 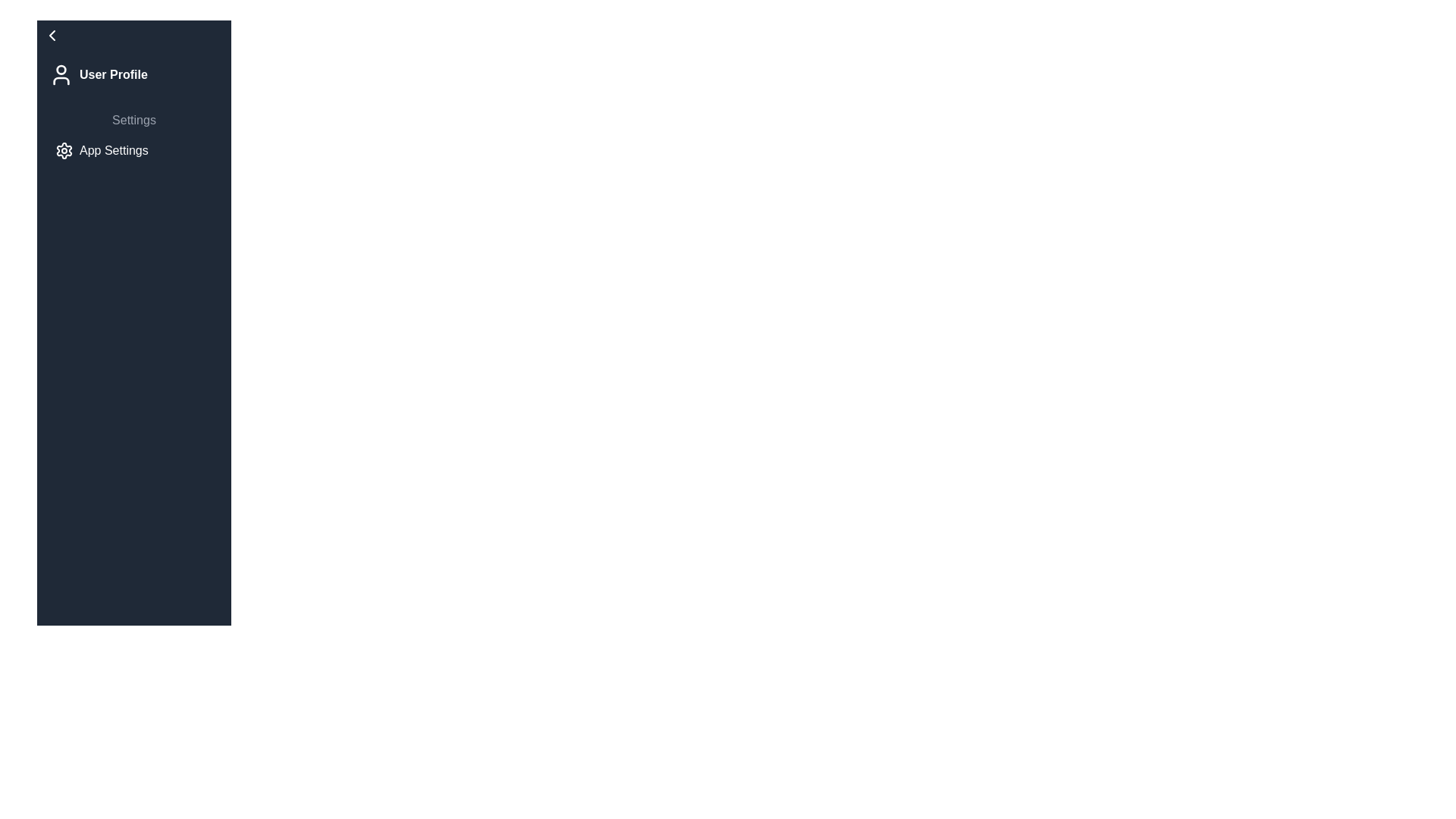 I want to click on the 'App Settings' navigation button, which is styled with white text on a dark background and includes a gear icon to the left of the text, so click(x=134, y=151).